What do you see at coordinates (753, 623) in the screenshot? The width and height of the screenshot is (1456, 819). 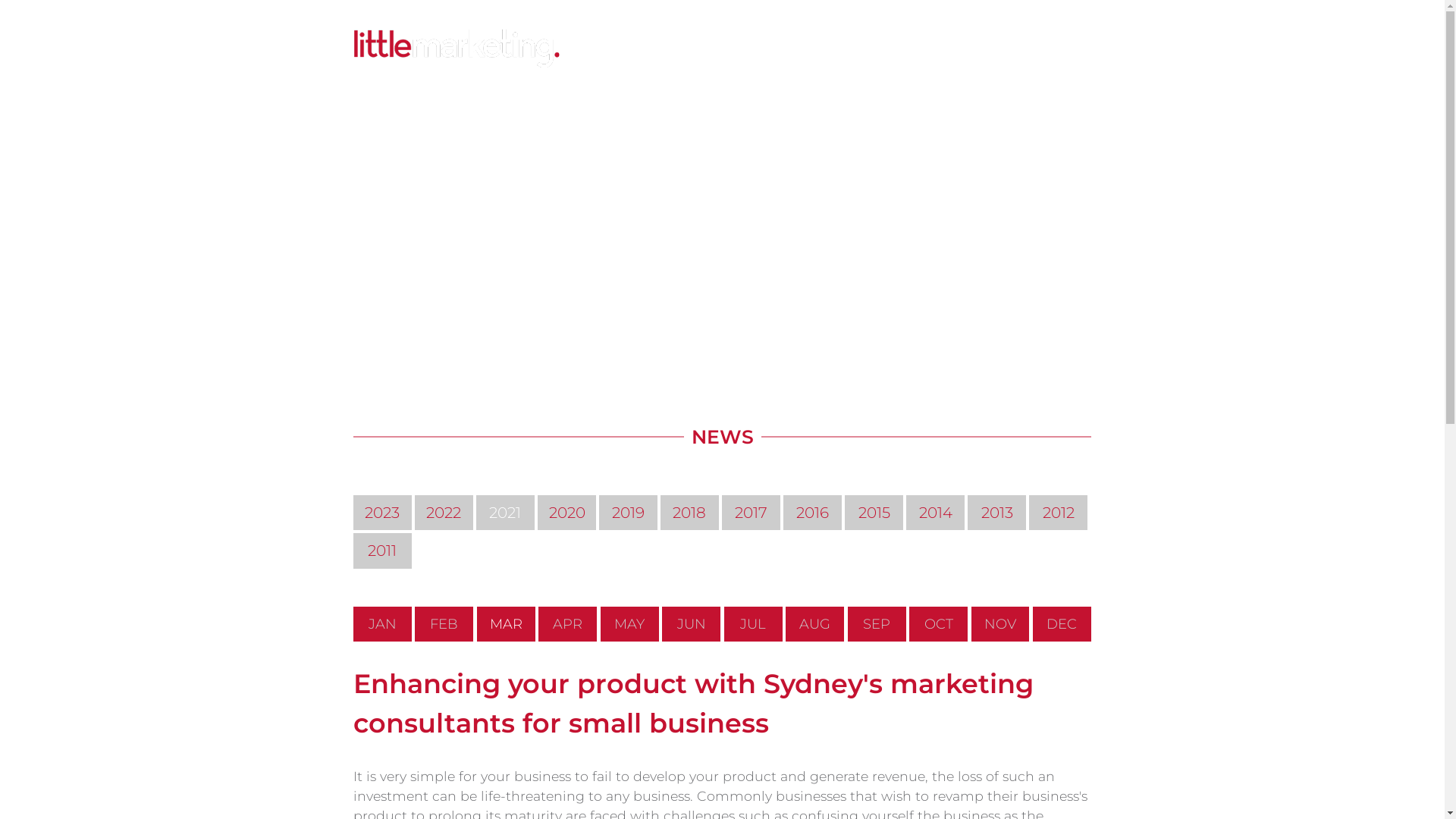 I see `'JUL'` at bounding box center [753, 623].